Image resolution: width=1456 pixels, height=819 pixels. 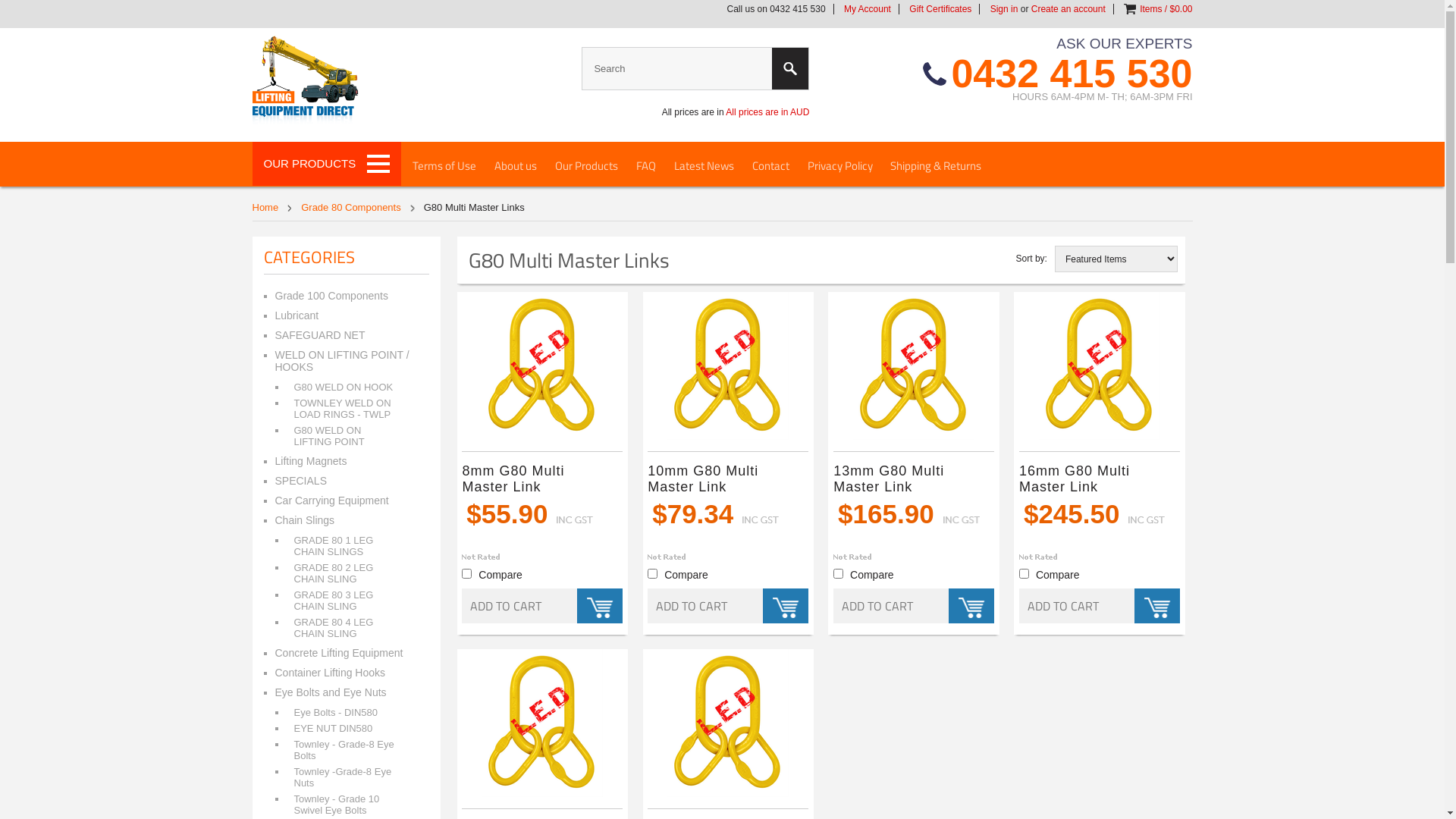 I want to click on 'All prices are in AUD', so click(x=767, y=111).